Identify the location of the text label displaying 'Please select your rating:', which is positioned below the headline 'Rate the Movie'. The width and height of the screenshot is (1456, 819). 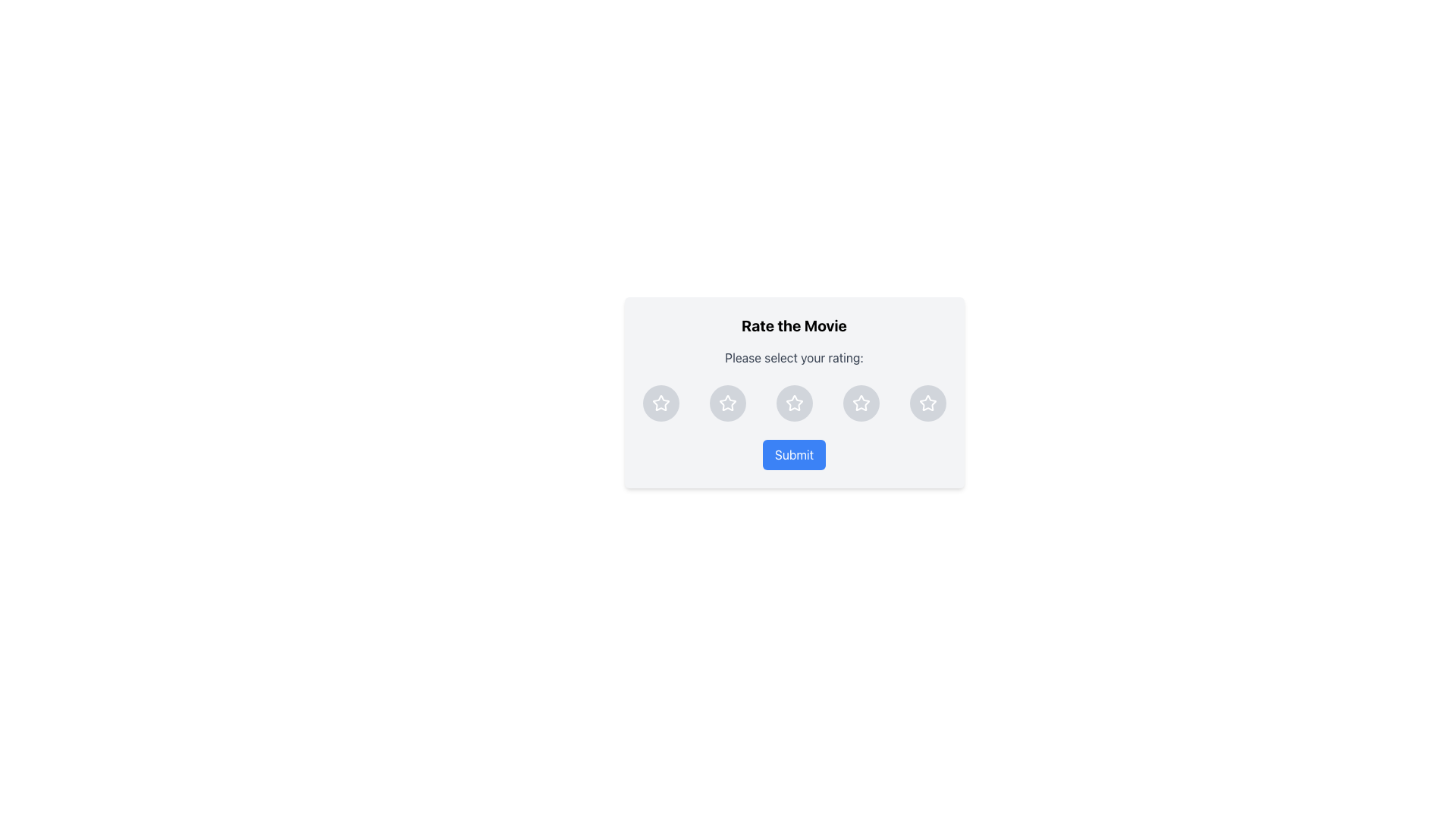
(793, 357).